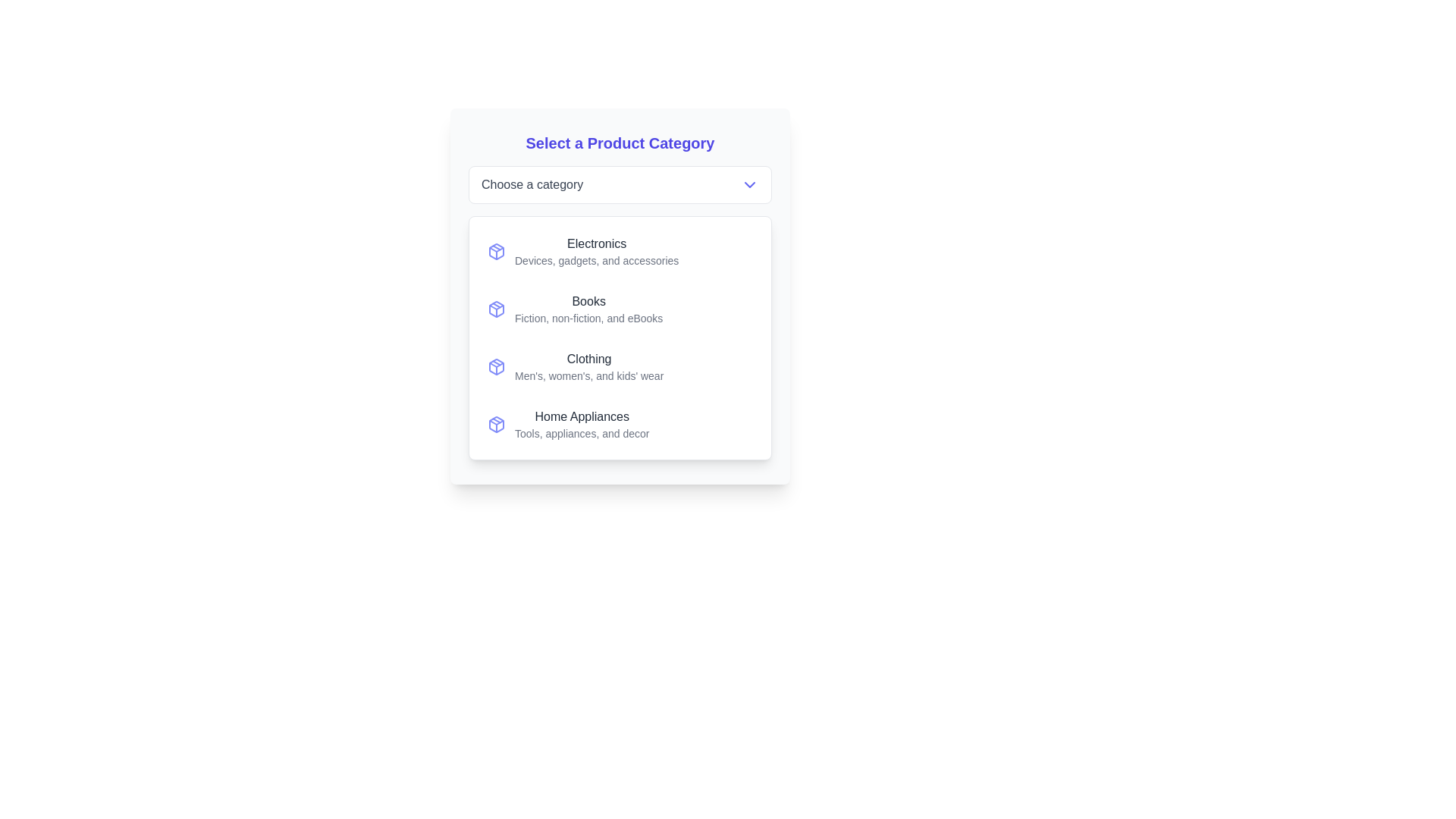 The width and height of the screenshot is (1456, 819). I want to click on the descriptive text label located below the 'Books' label in the selectable list to read the description of the 'Books' category, which includes 'Fiction, non-fiction, and eBooks', so click(588, 318).